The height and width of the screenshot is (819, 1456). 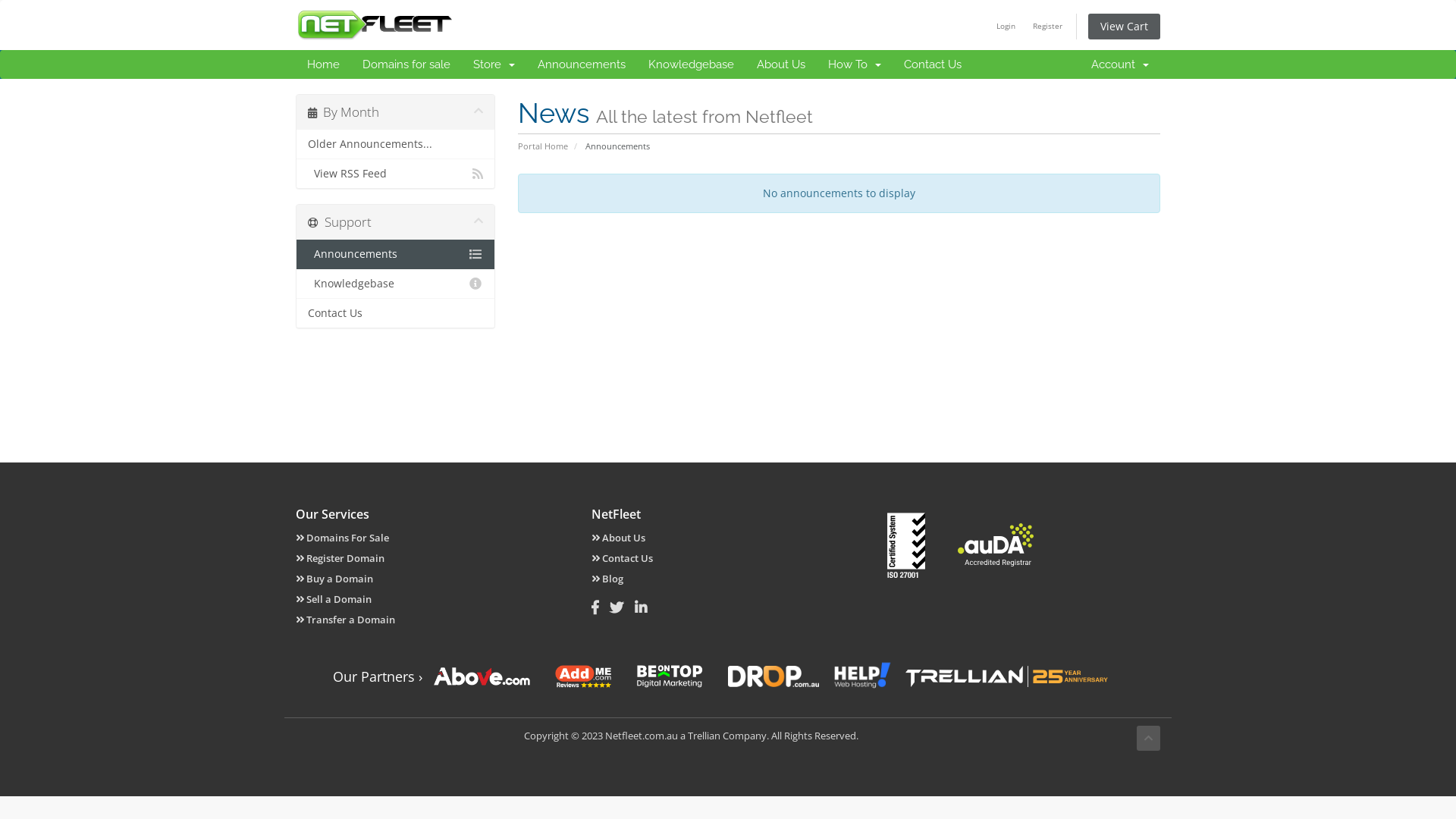 What do you see at coordinates (582, 675) in the screenshot?
I see `'Addme.com - Reputation Management'` at bounding box center [582, 675].